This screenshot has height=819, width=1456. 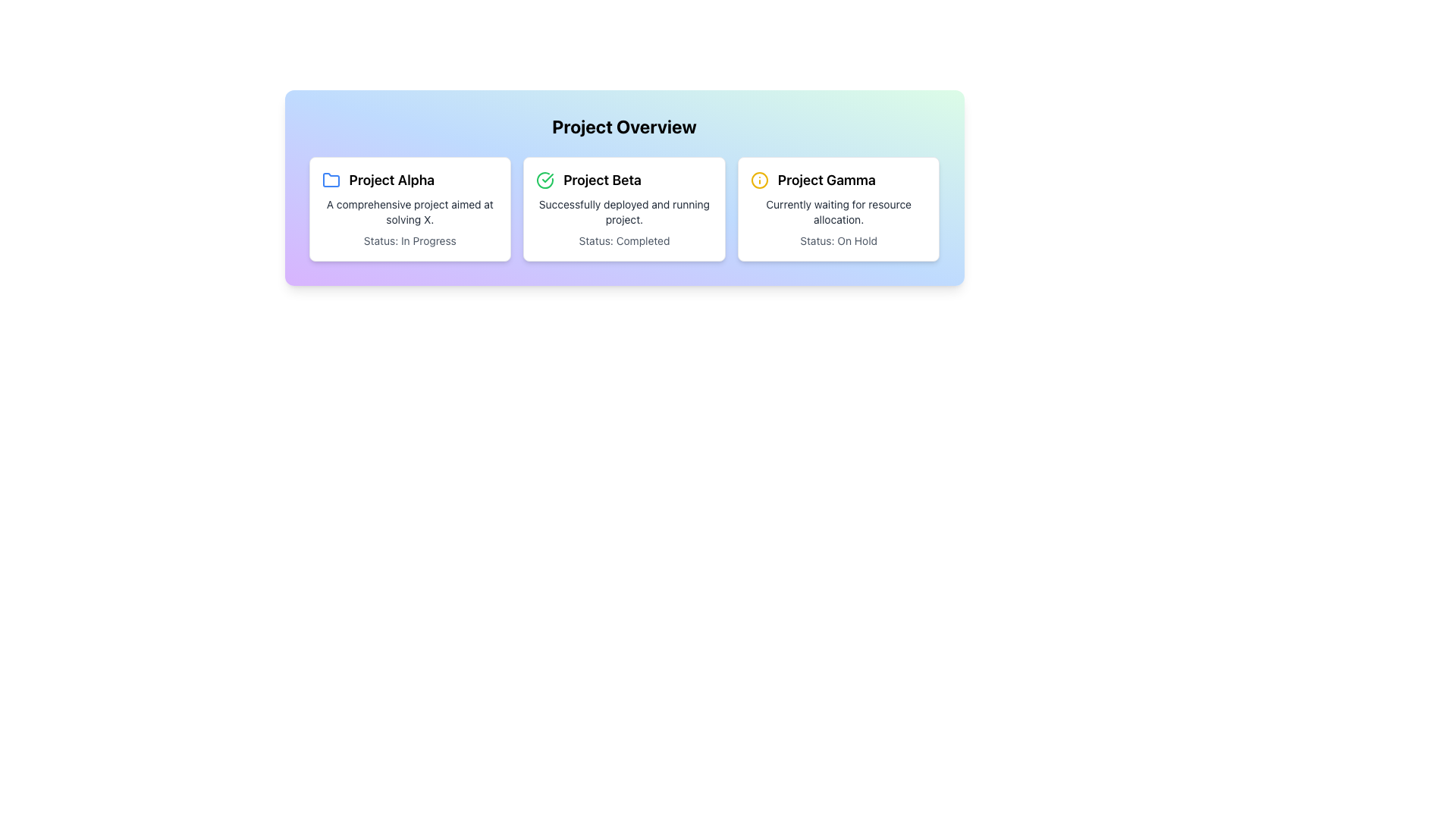 What do you see at coordinates (838, 212) in the screenshot?
I see `descriptive text indicating the current state of 'Project Gamma', which is the second line of text in the card labeled 'Project Gamma', located in the rightmost position under the 'Project Overview' header` at bounding box center [838, 212].